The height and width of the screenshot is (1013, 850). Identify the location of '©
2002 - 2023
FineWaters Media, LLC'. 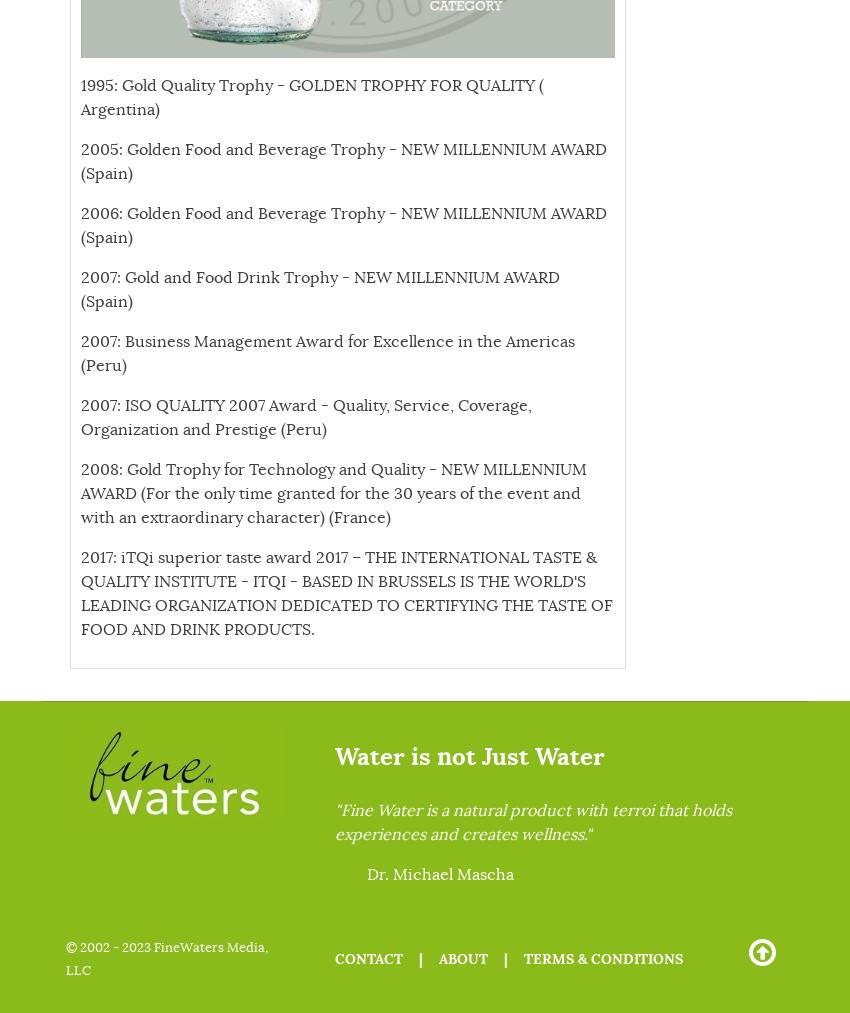
(167, 959).